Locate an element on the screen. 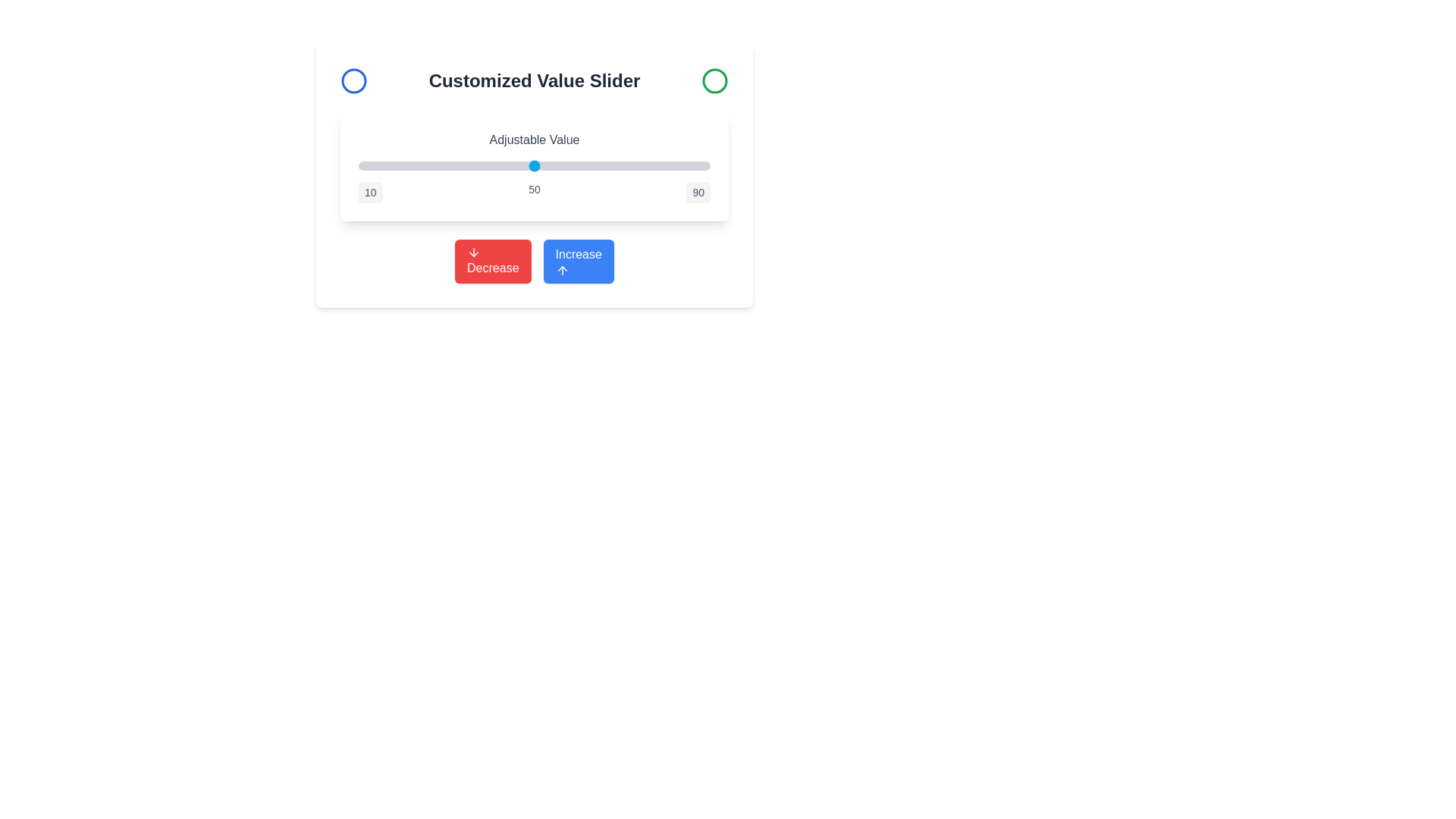 The image size is (1456, 819). the blue knob of the horizontal Seekbar labeled 'Adjustable Value' is located at coordinates (535, 166).